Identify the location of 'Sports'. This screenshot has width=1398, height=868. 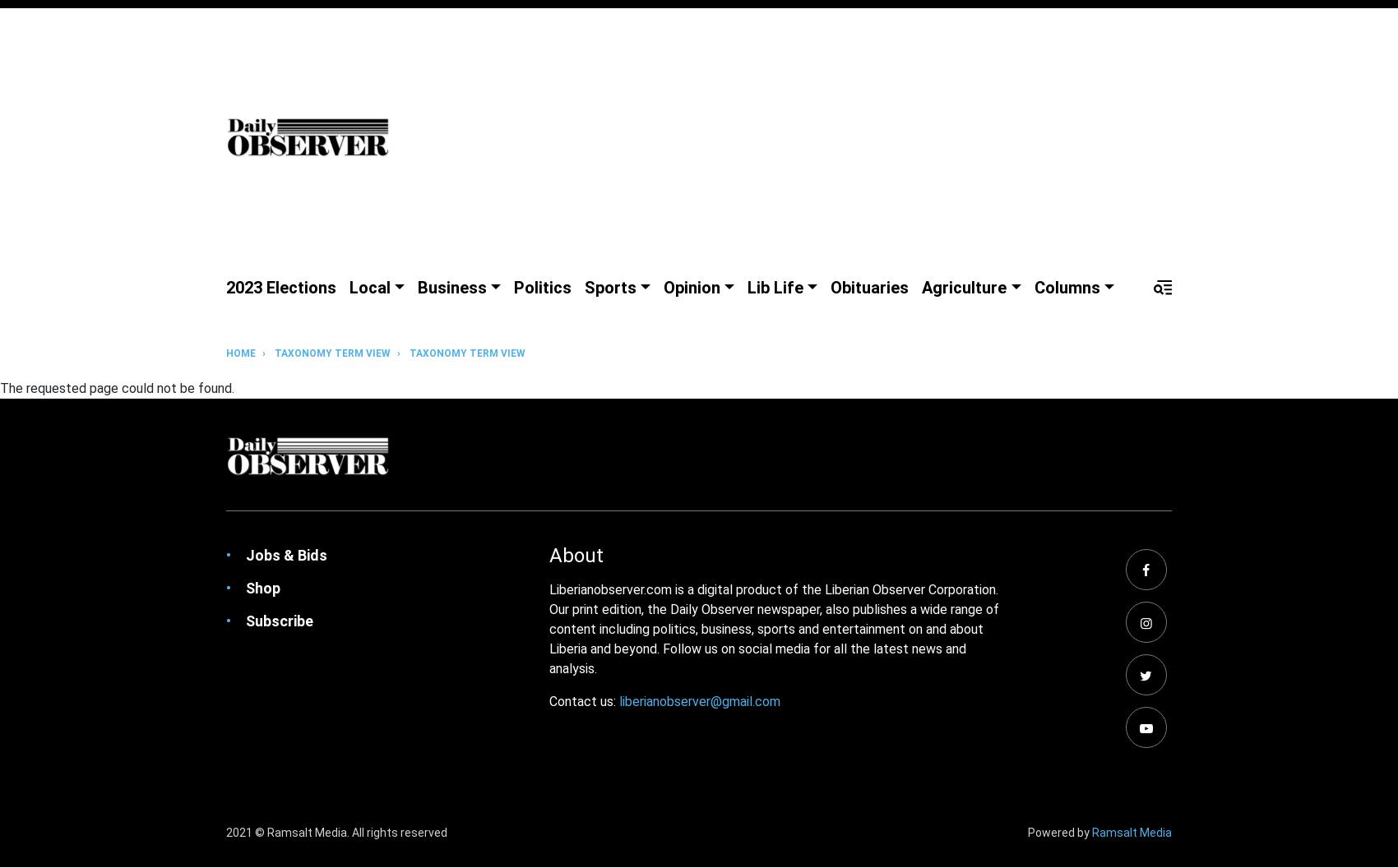
(610, 286).